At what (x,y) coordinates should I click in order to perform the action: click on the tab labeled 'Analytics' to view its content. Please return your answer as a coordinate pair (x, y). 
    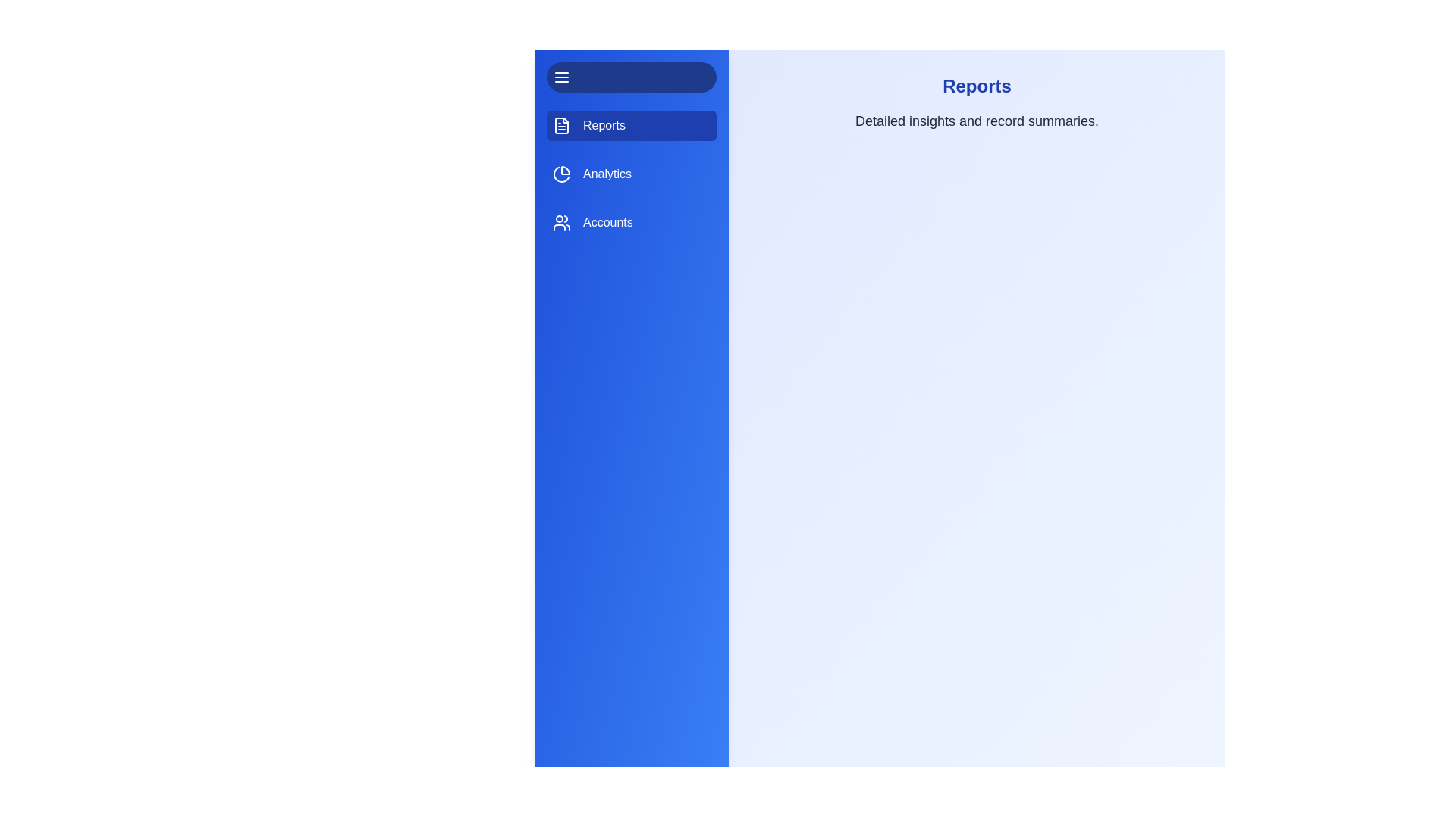
    Looking at the image, I should click on (632, 174).